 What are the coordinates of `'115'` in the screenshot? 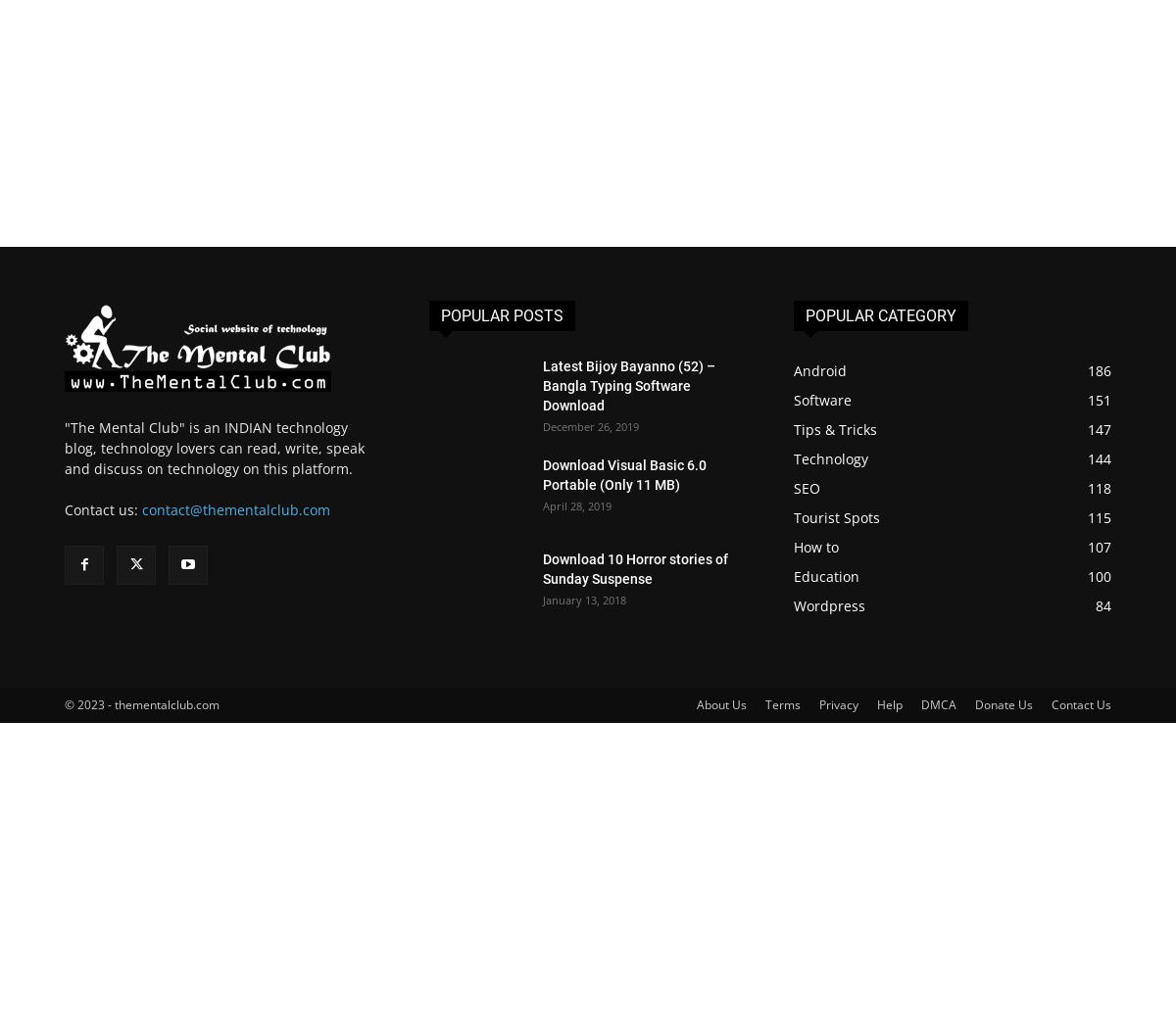 It's located at (1099, 515).